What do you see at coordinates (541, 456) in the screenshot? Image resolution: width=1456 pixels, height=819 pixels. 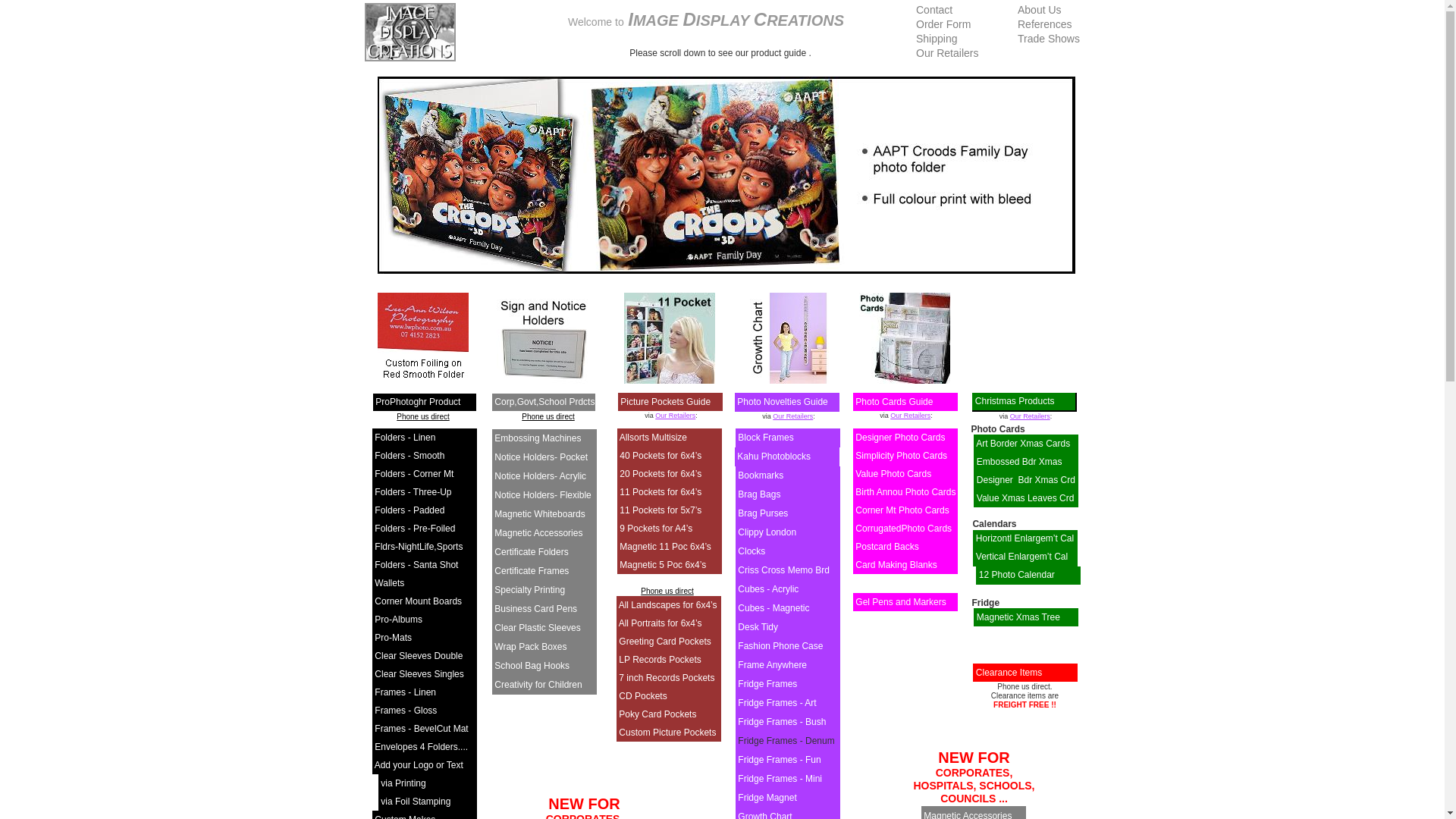 I see `'Notice Holders- Pocket'` at bounding box center [541, 456].